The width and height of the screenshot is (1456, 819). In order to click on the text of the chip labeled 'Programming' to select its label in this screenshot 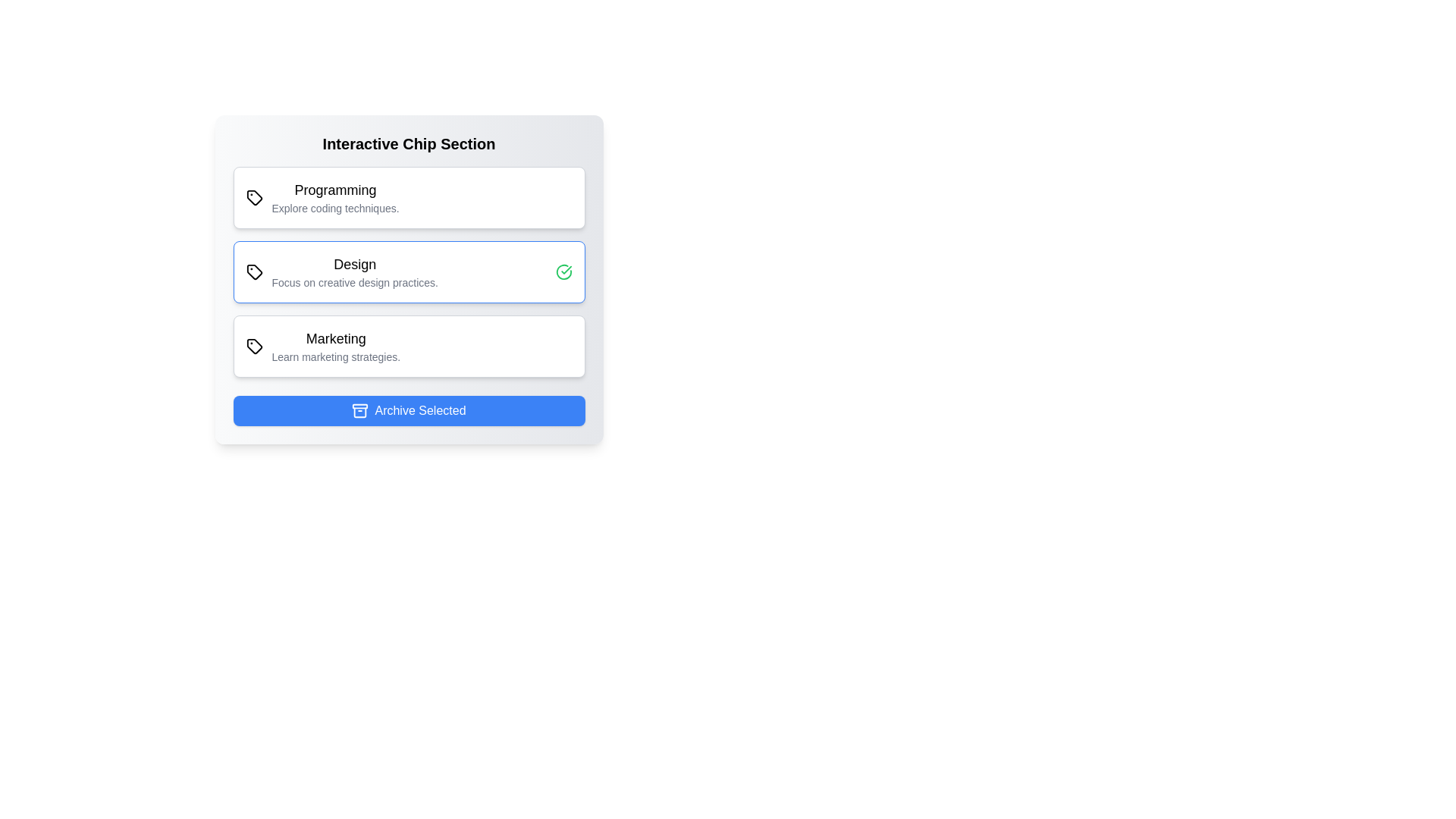, I will do `click(322, 197)`.